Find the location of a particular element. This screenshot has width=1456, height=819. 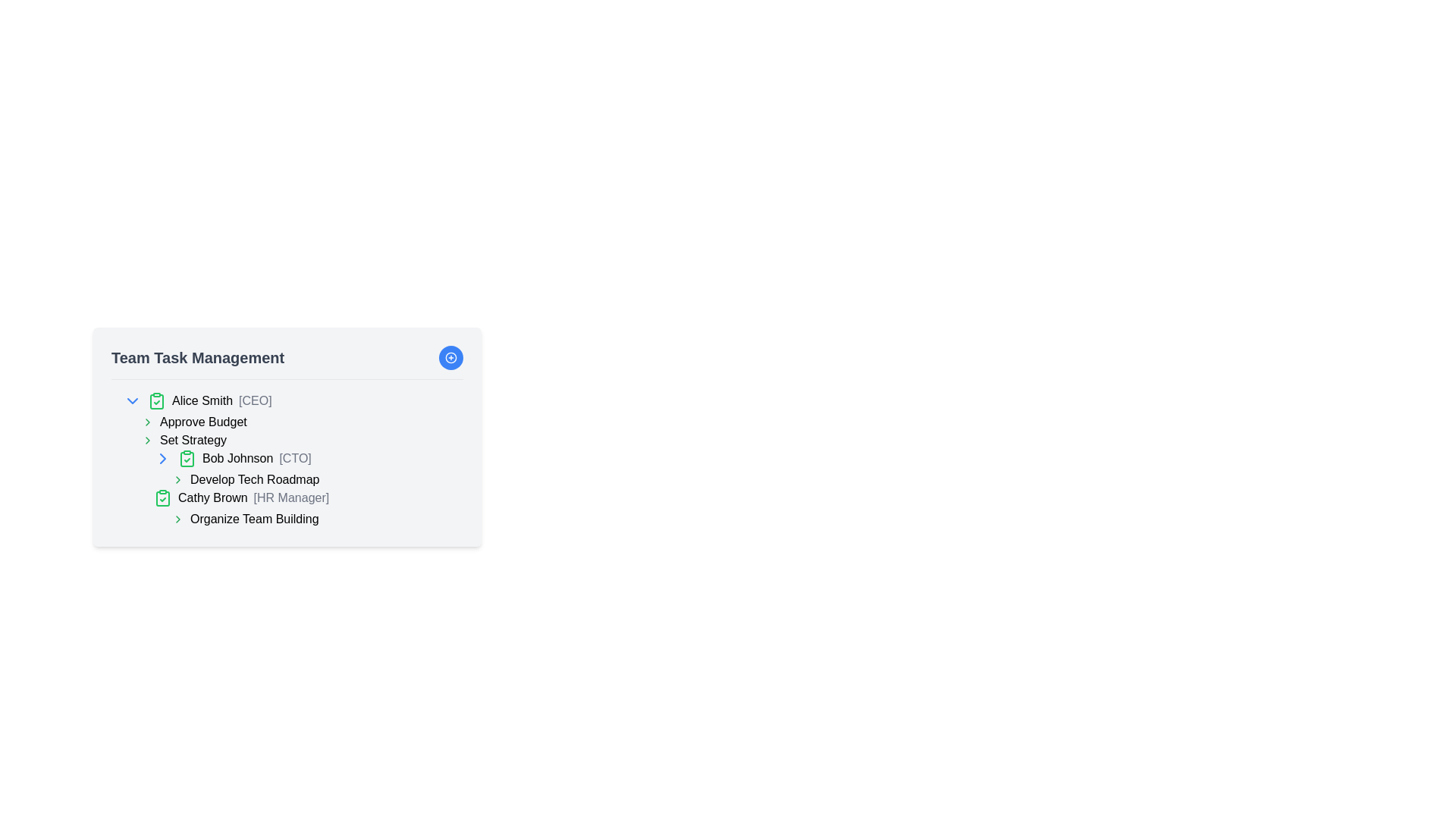

the 'Set Strategy' label is located at coordinates (192, 441).